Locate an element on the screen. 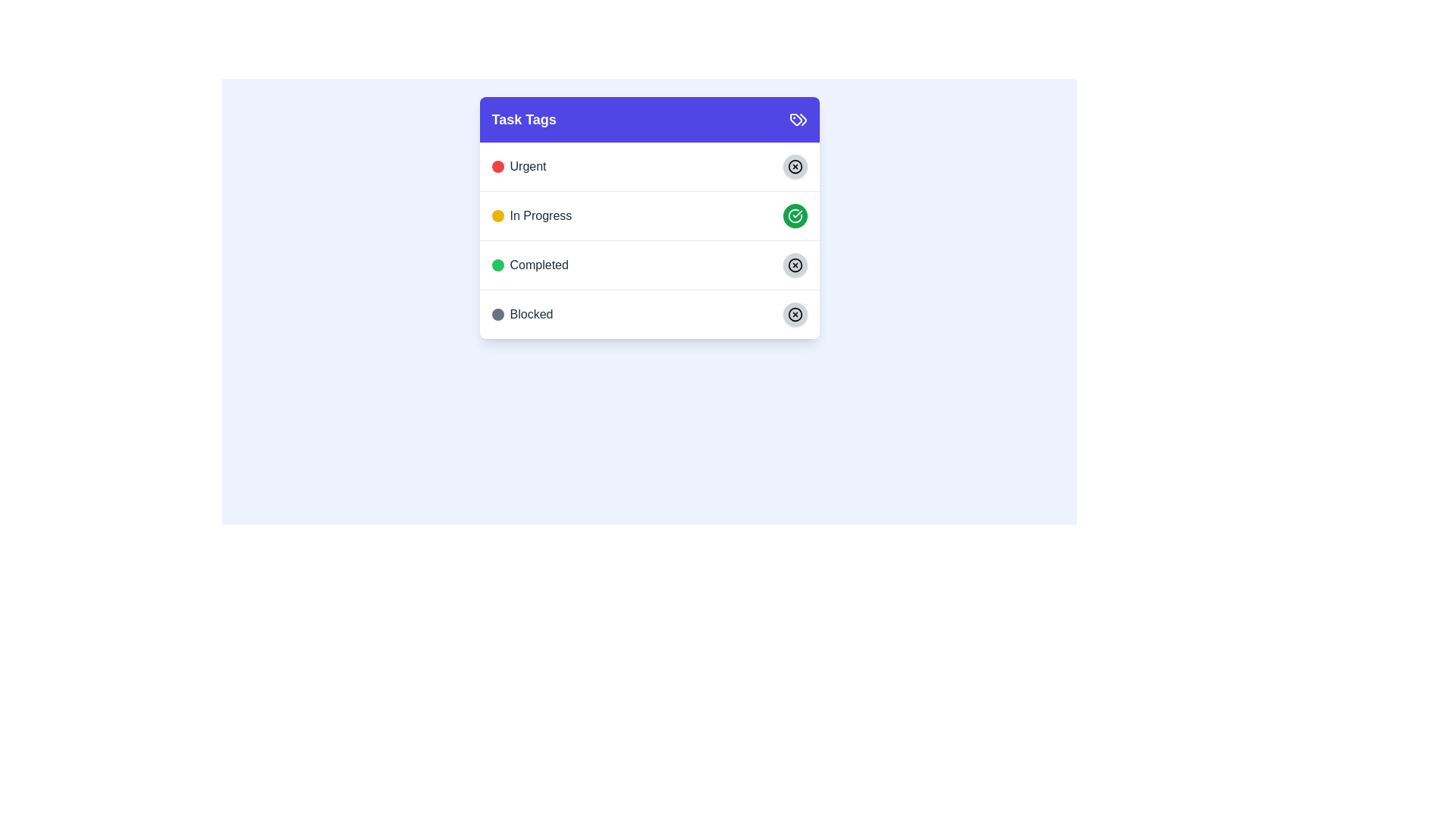  the circular element with a black border located to the right of the green 'Completed' status chip in the 'Completed' row is located at coordinates (794, 265).